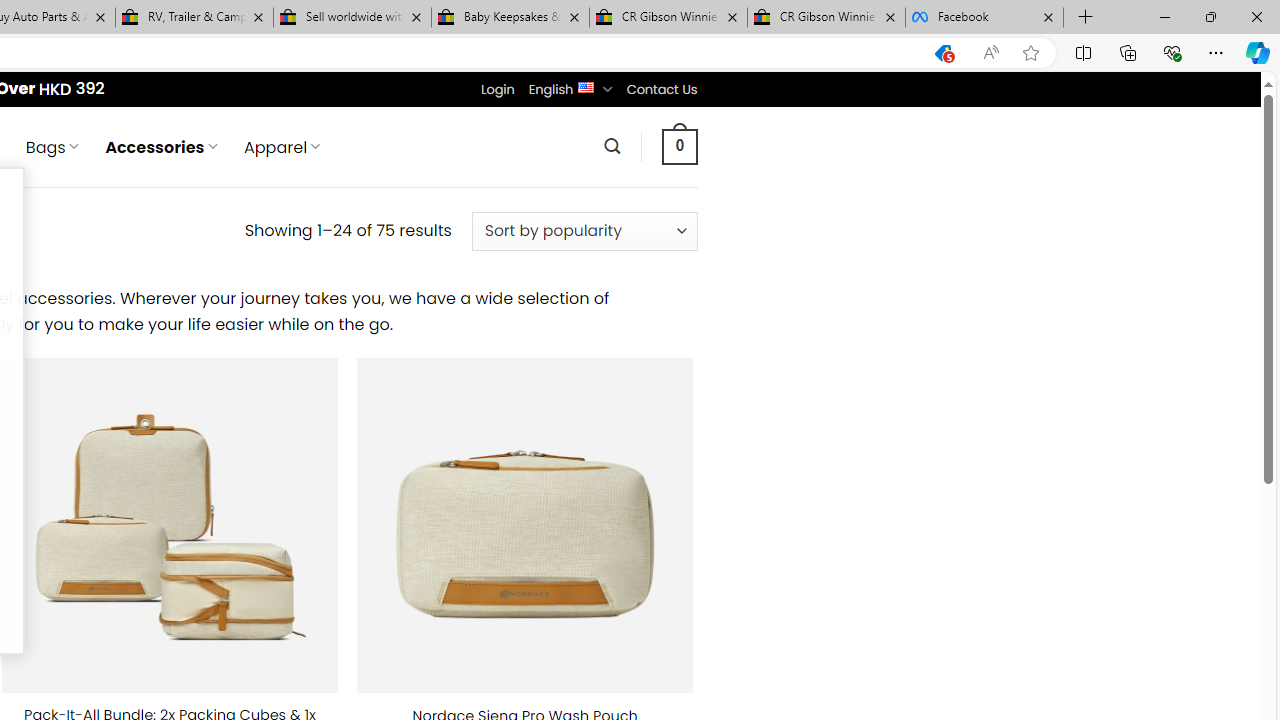 The height and width of the screenshot is (720, 1280). I want to click on 'Shop order', so click(583, 230).